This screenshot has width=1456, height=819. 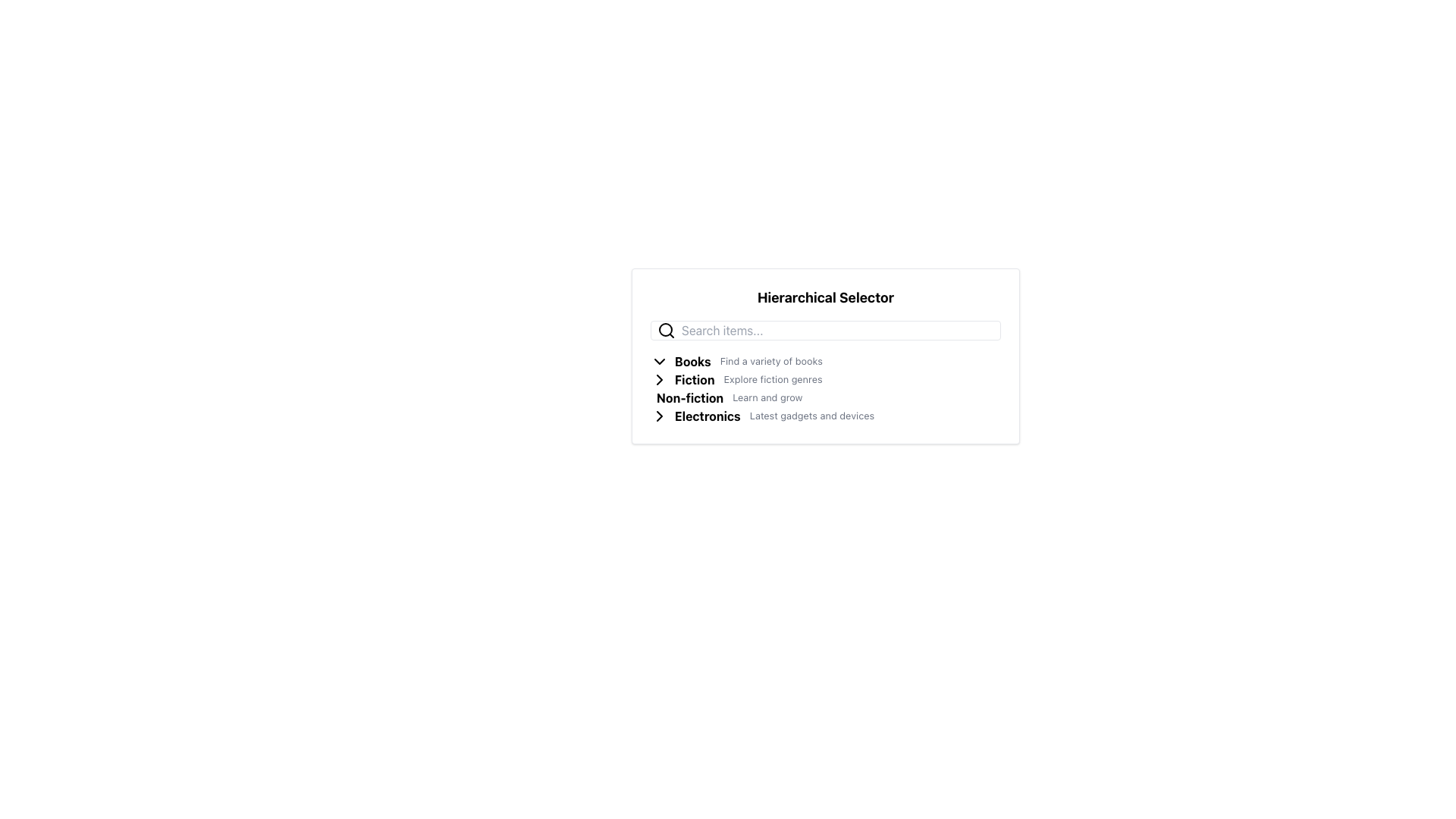 What do you see at coordinates (692, 362) in the screenshot?
I see `the text label displaying 'Books'` at bounding box center [692, 362].